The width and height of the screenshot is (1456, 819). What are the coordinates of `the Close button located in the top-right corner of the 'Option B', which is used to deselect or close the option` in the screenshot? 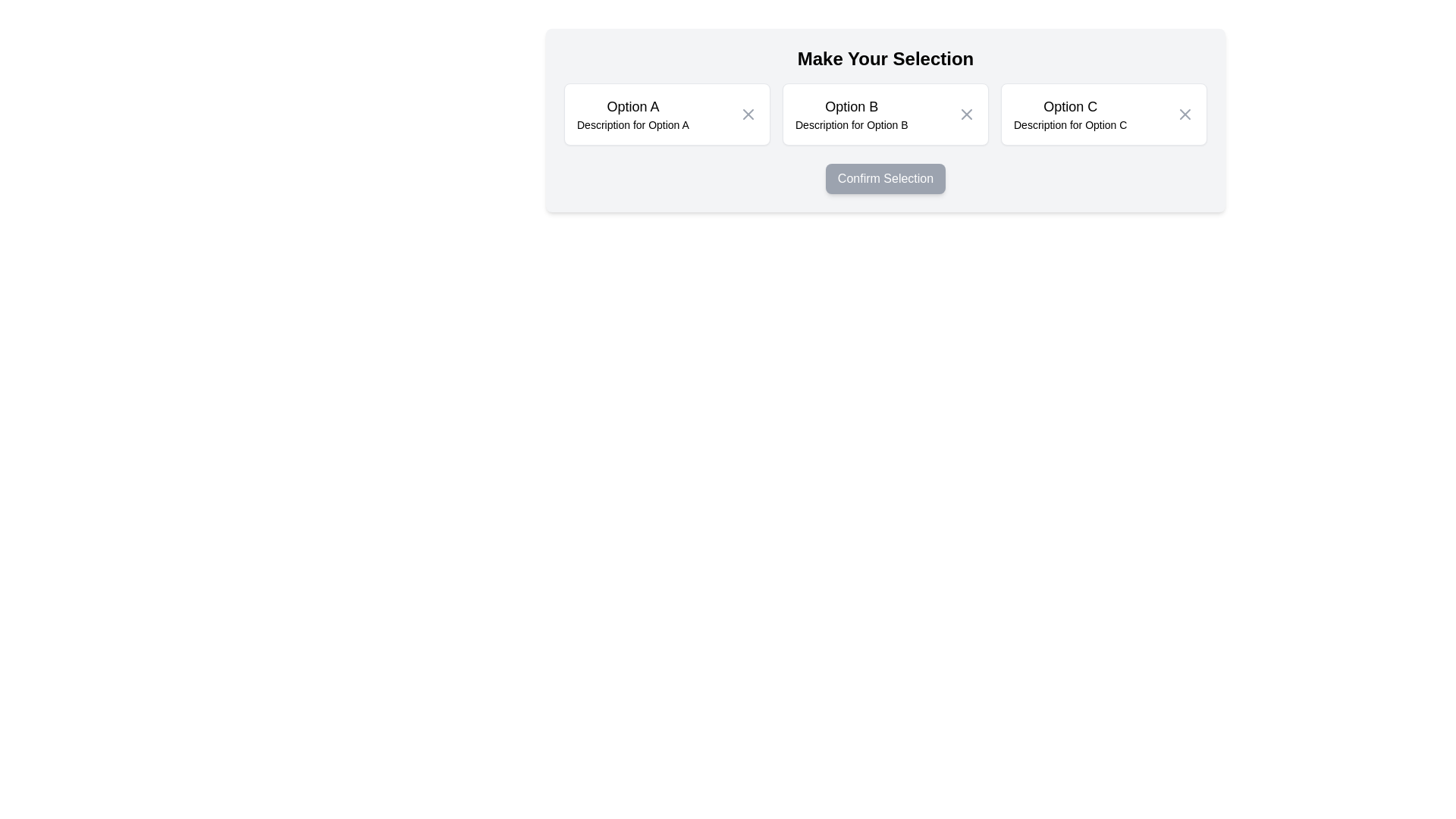 It's located at (966, 113).